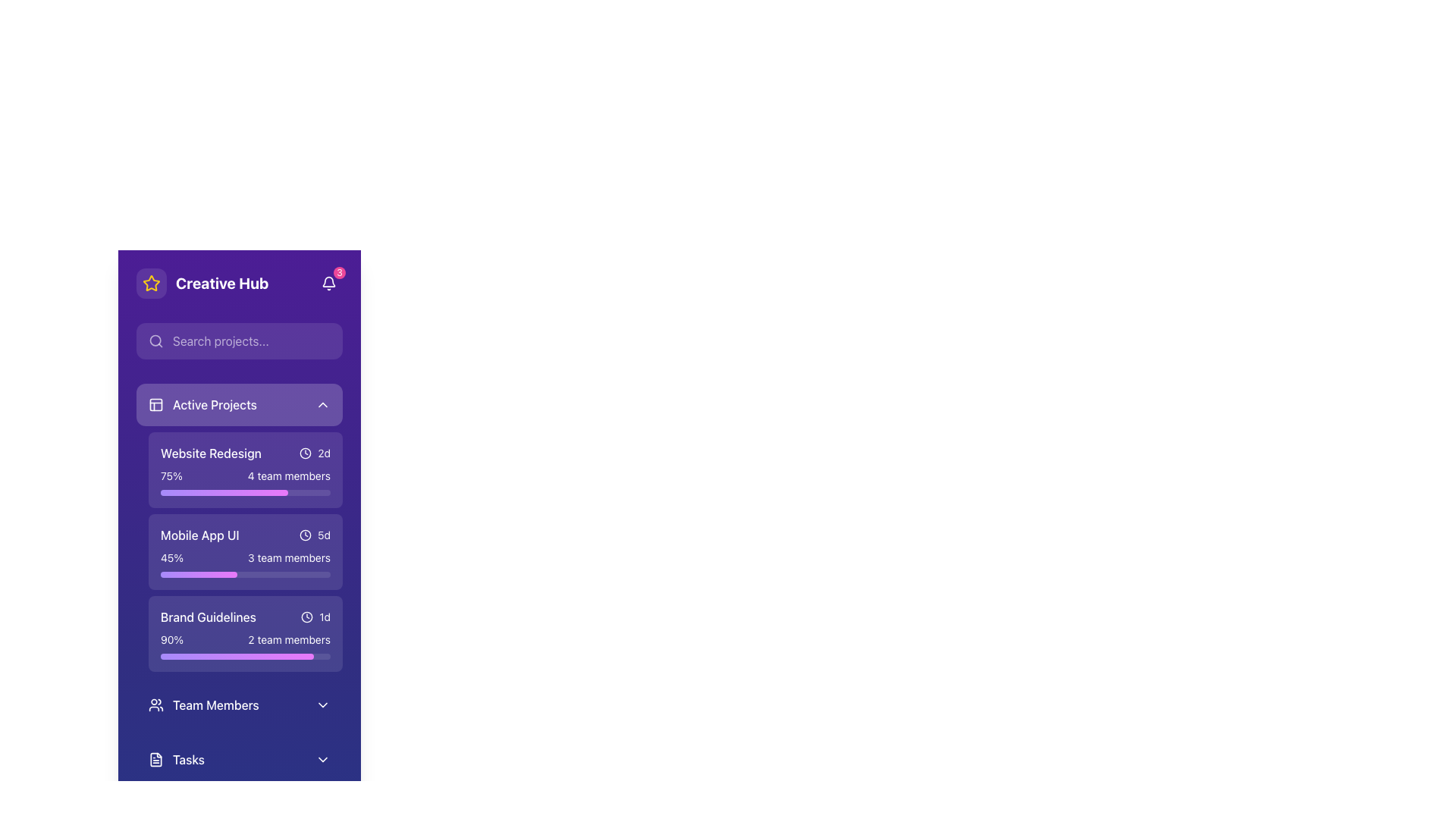 The image size is (1456, 819). I want to click on the 'Mobile App UI' project information card, so click(246, 552).